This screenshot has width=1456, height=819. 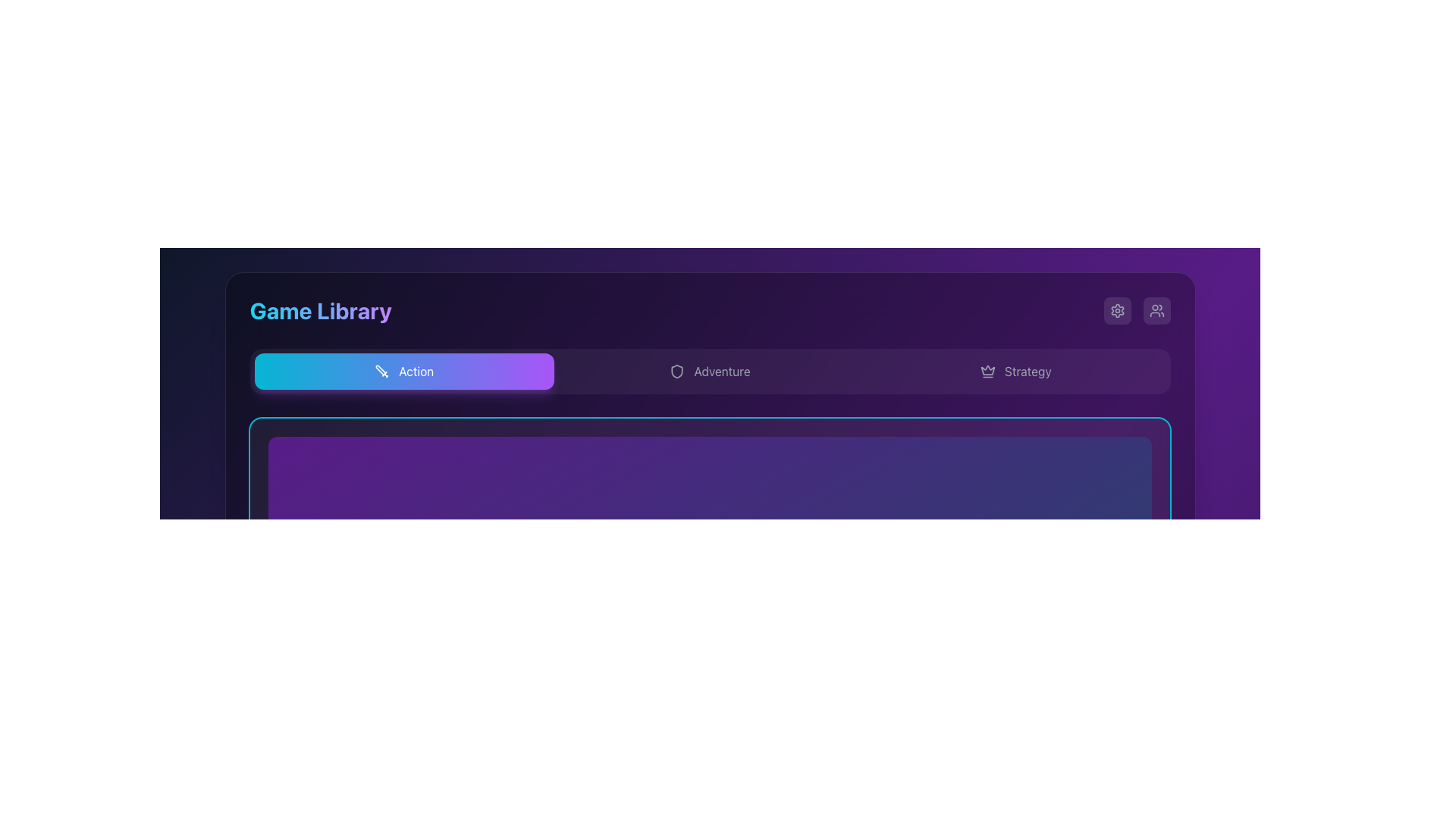 I want to click on the second button from the right in the horizontal group located at the top-right corner of the interface to observe its tooltip or effect, so click(x=1156, y=309).